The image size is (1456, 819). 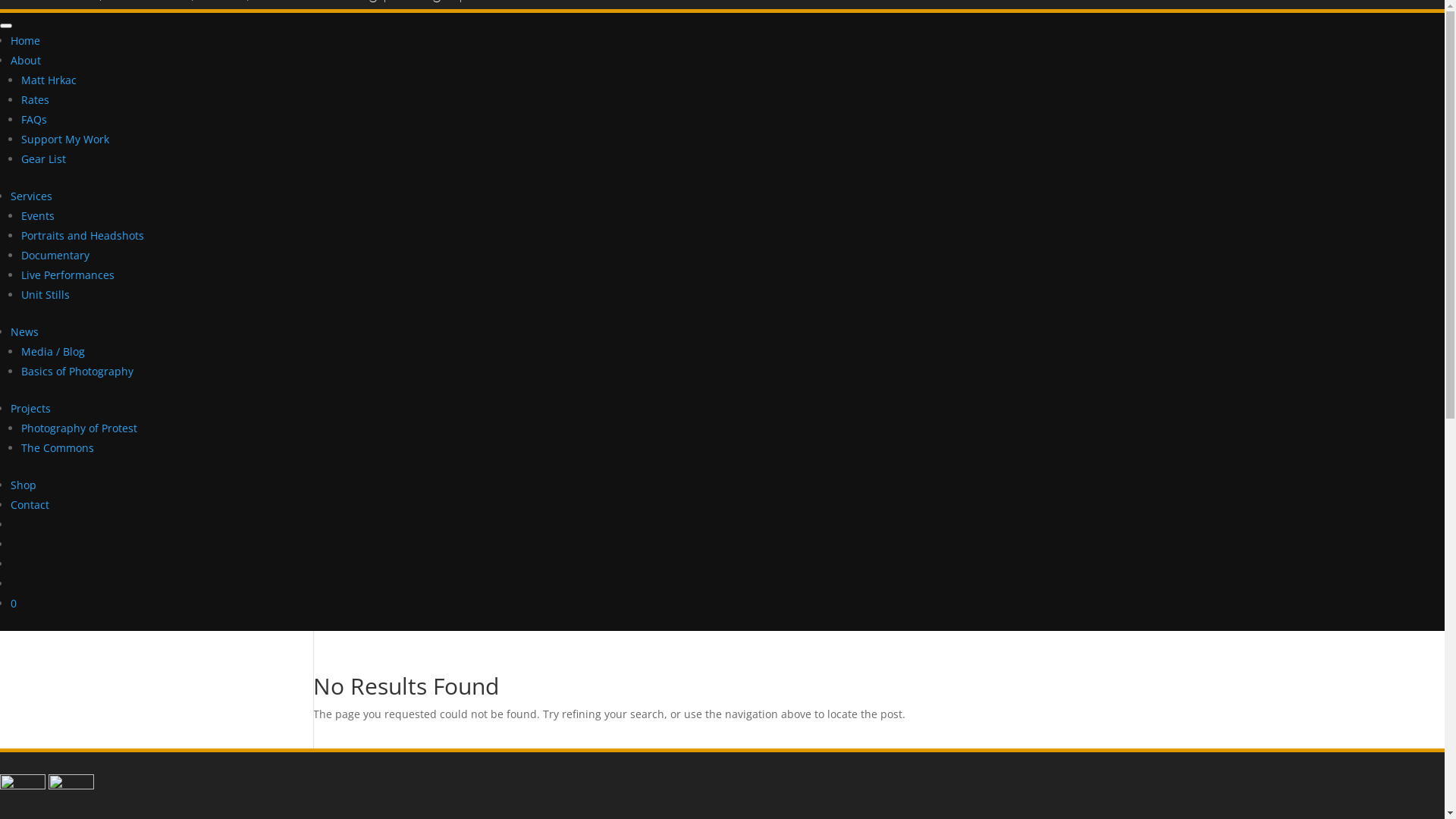 I want to click on 'Photography of Protest', so click(x=78, y=428).